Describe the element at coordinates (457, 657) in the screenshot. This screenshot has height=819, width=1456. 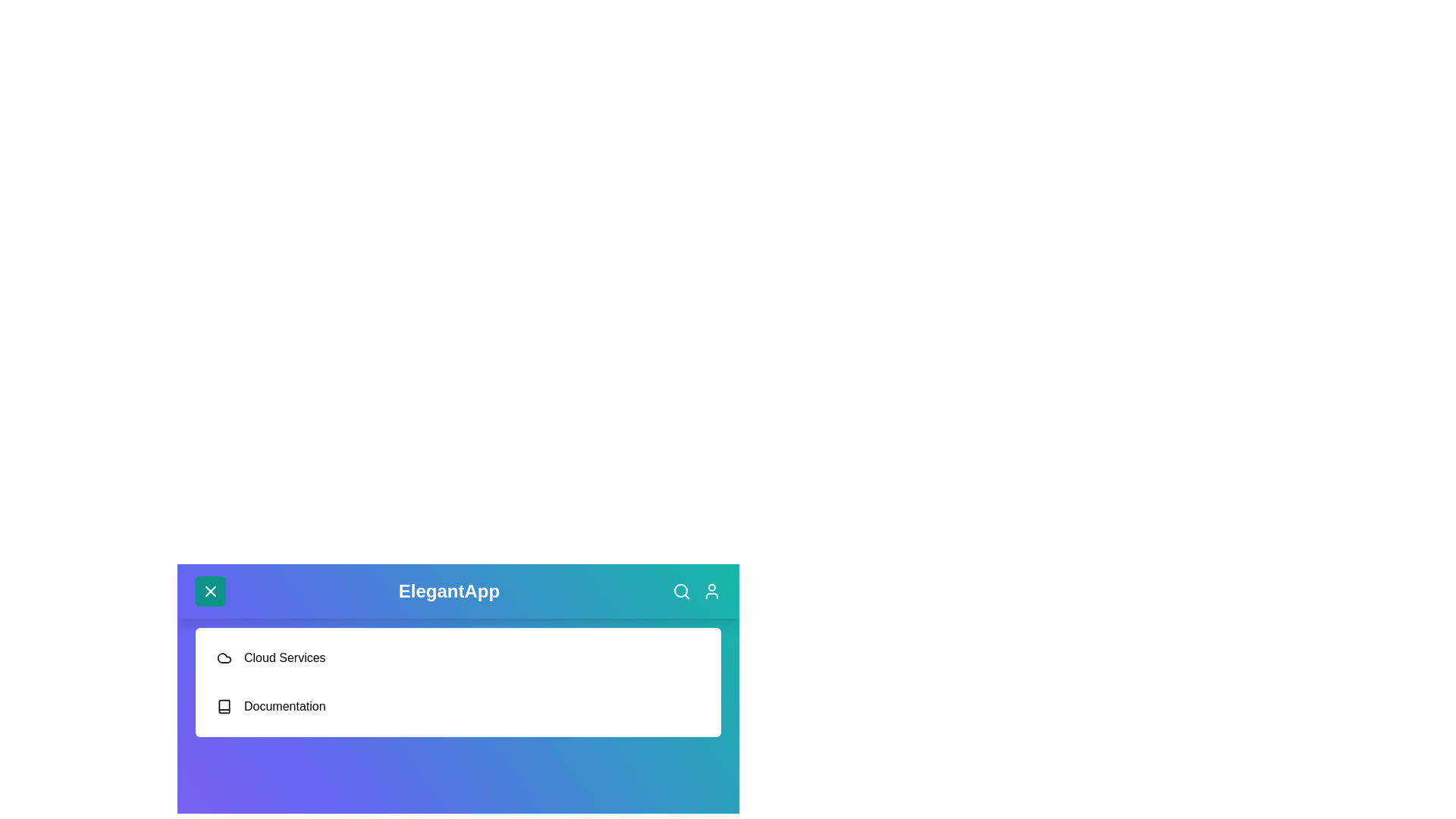
I see `the 'Cloud Services' menu item to navigate` at that location.